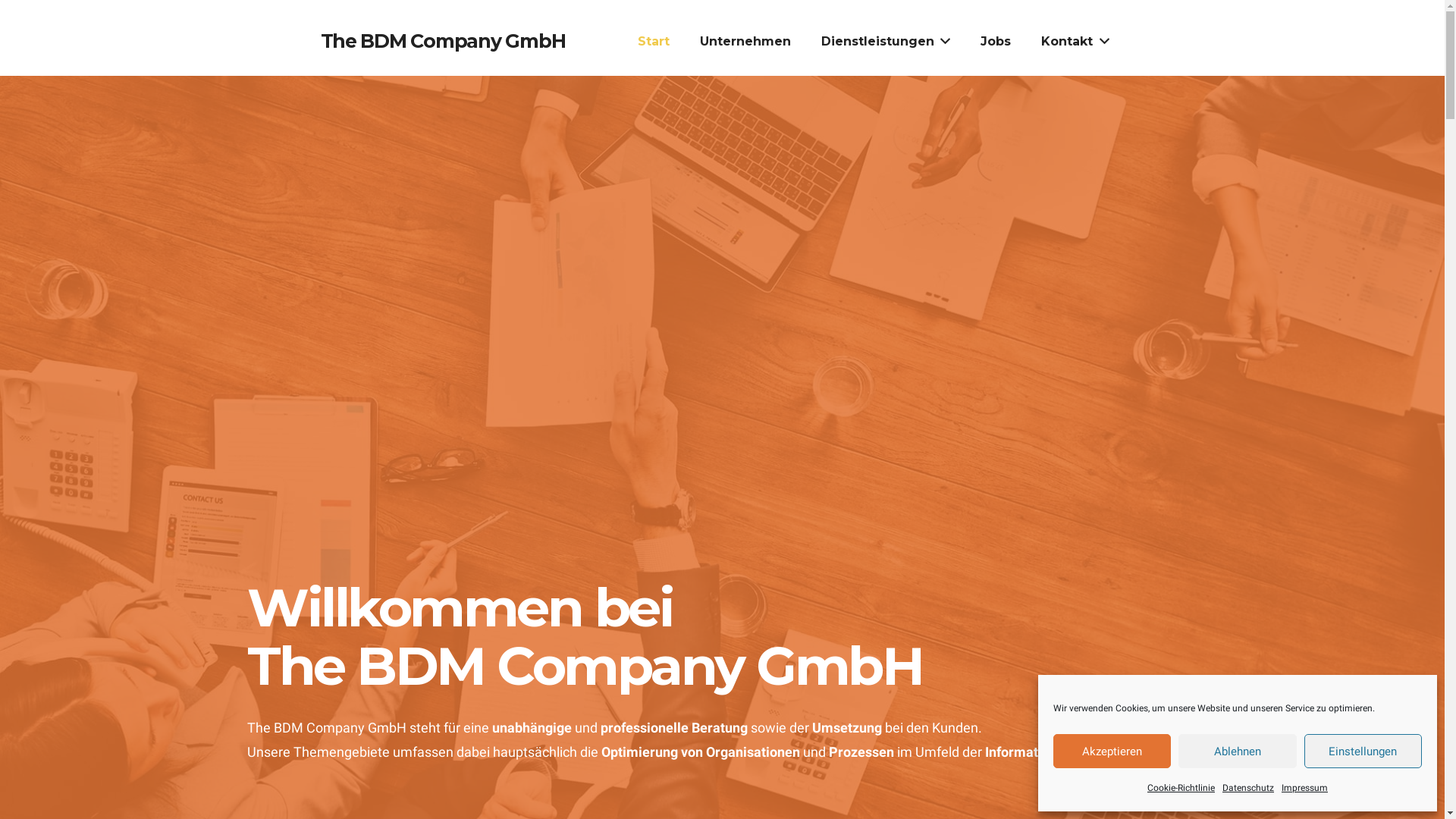 Image resolution: width=1456 pixels, height=819 pixels. What do you see at coordinates (1304, 786) in the screenshot?
I see `'Impressum'` at bounding box center [1304, 786].